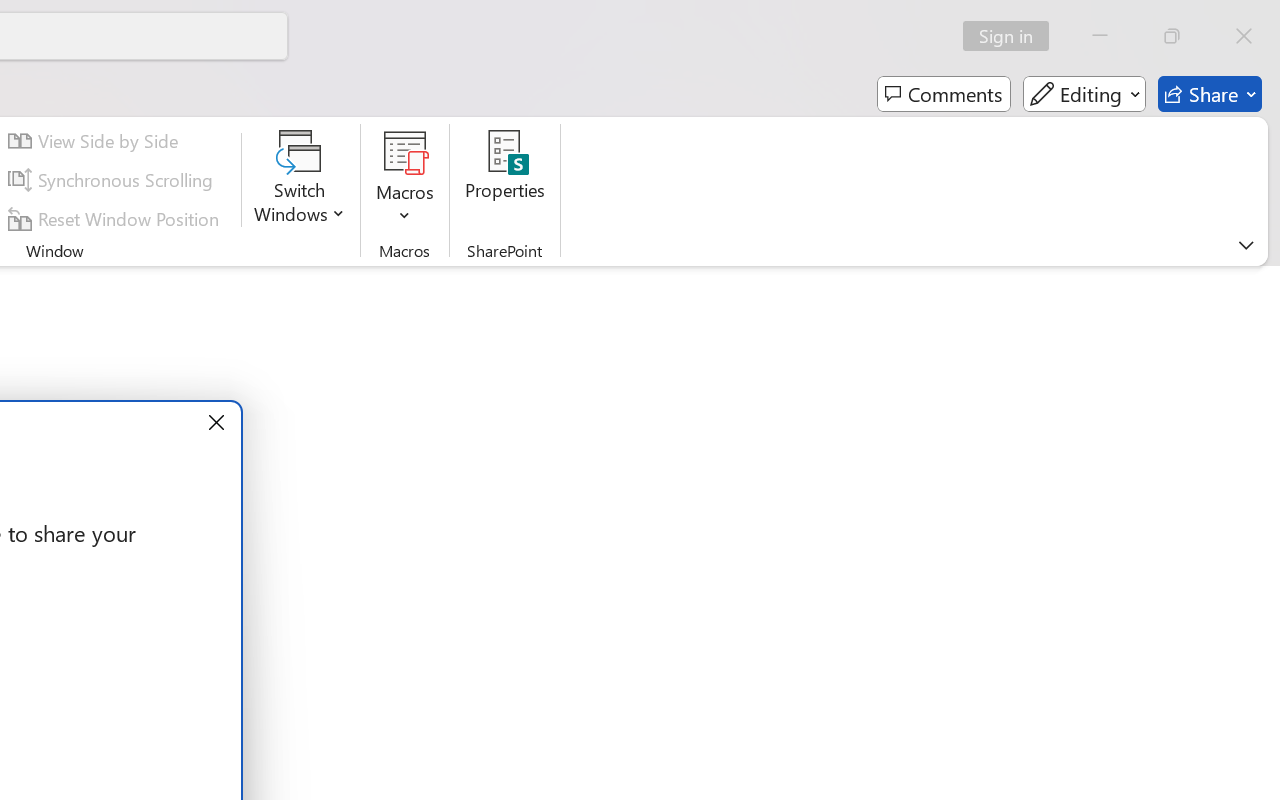  I want to click on 'Macros', so click(404, 179).